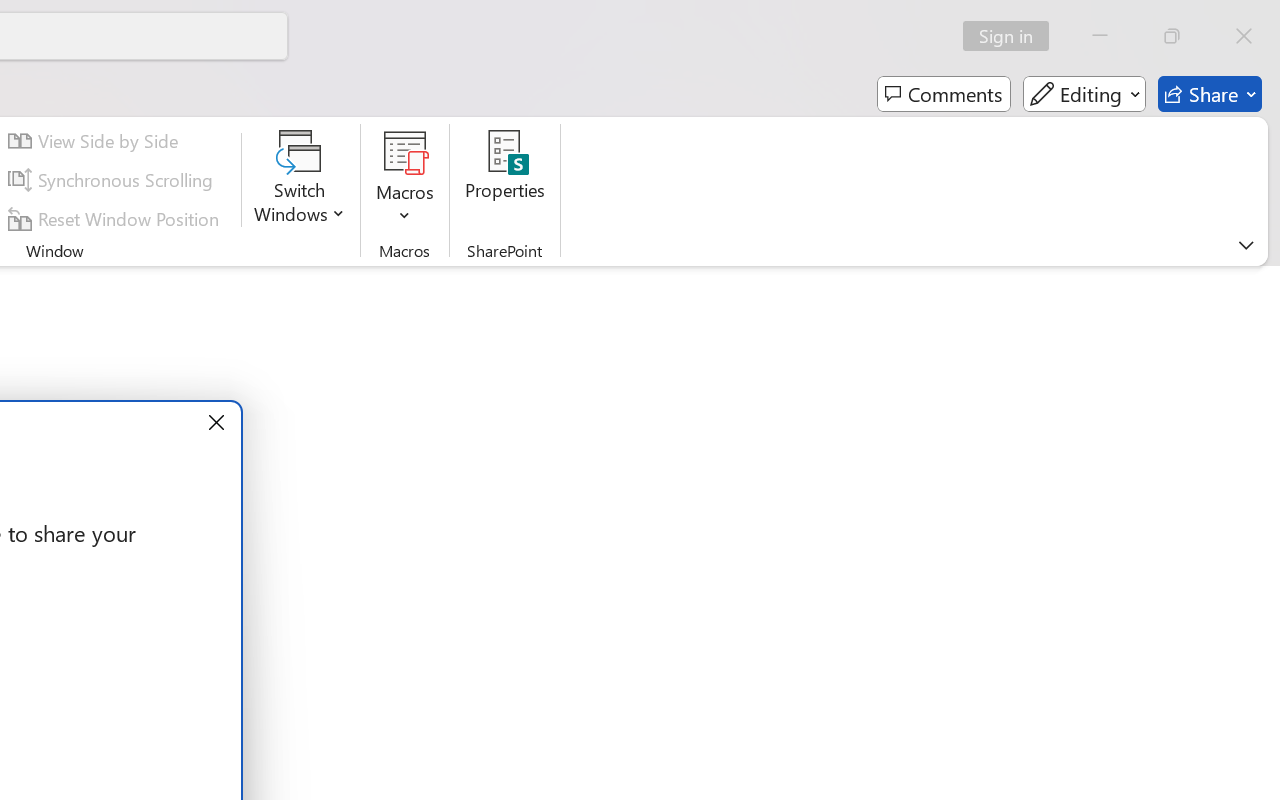  I want to click on 'Macros', so click(404, 179).